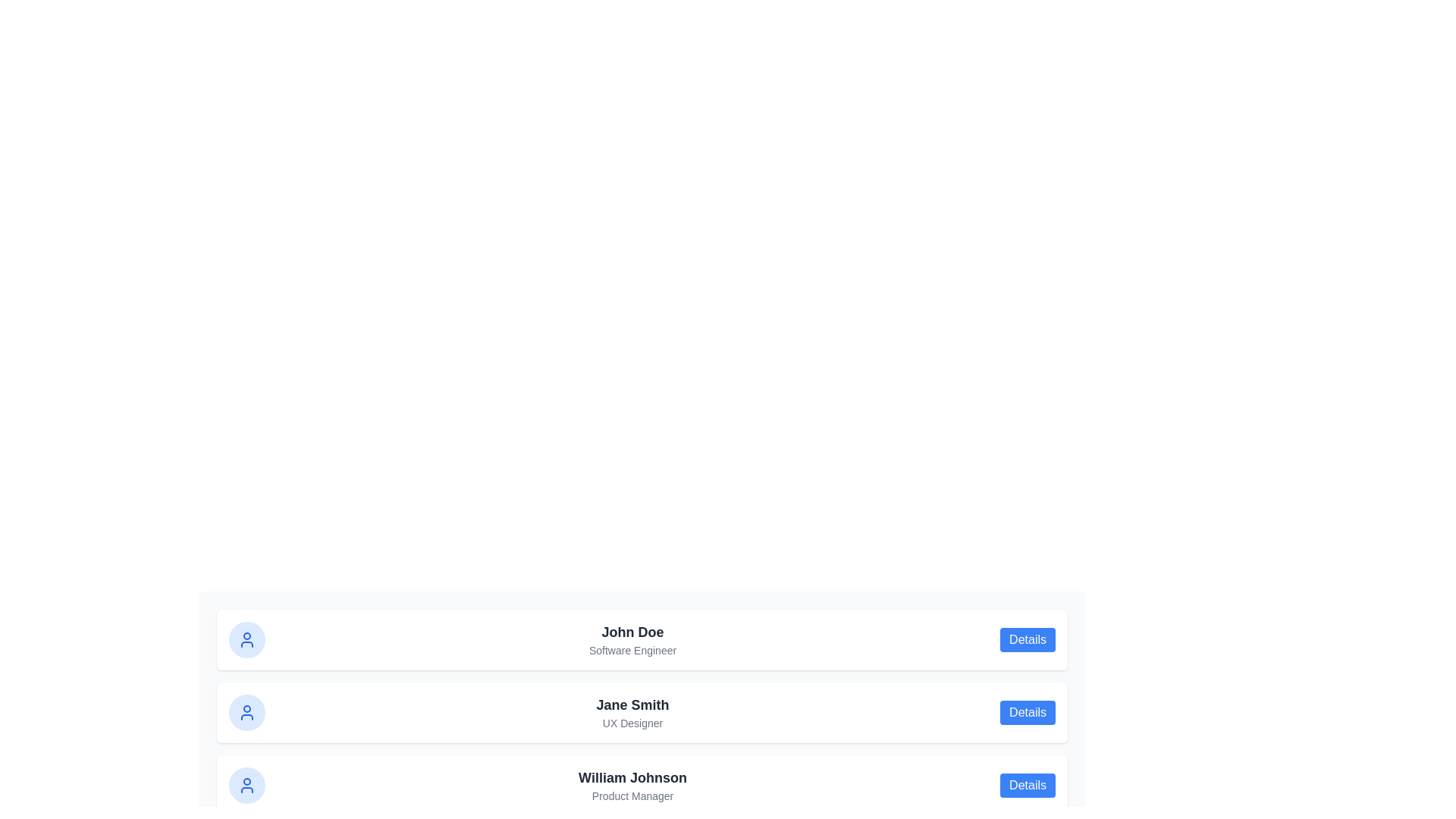  Describe the element at coordinates (642, 785) in the screenshot. I see `the profile summary card for William Johnson, which is the third card in a vertically stacked list` at that location.